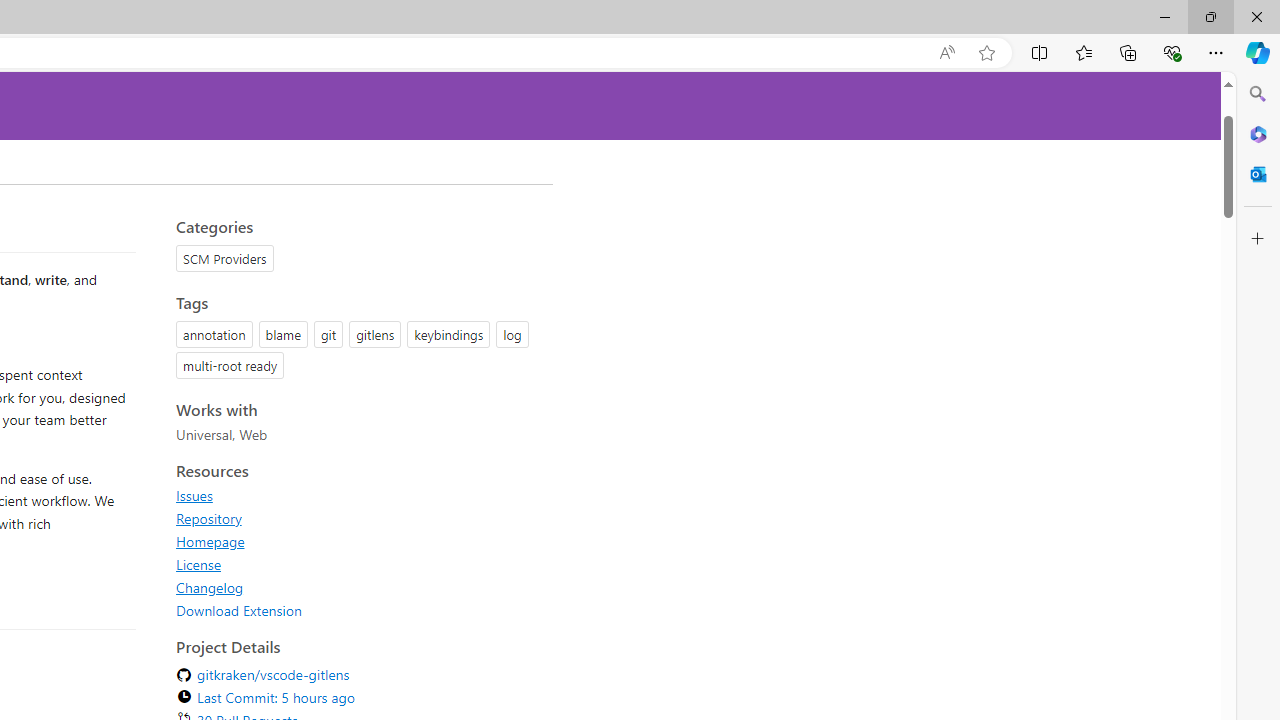 The image size is (1280, 720). What do you see at coordinates (194, 495) in the screenshot?
I see `'Issues'` at bounding box center [194, 495].